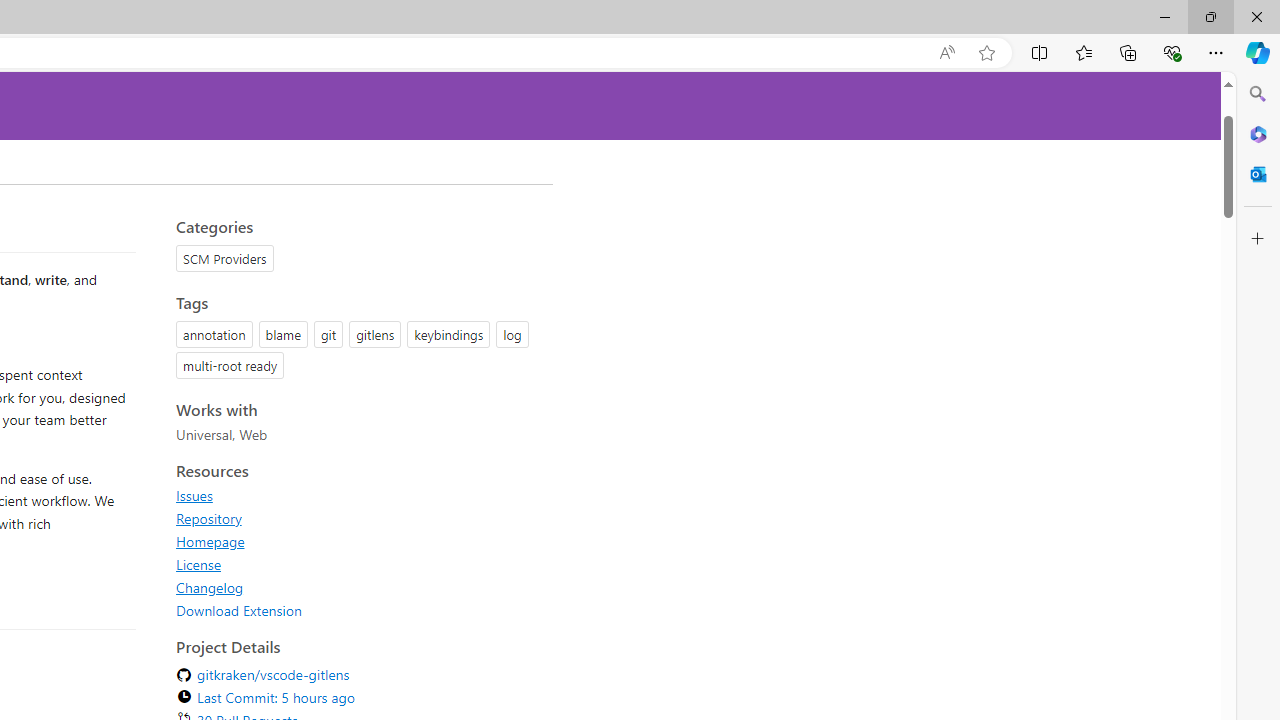 The image size is (1280, 720). What do you see at coordinates (194, 495) in the screenshot?
I see `'Issues'` at bounding box center [194, 495].